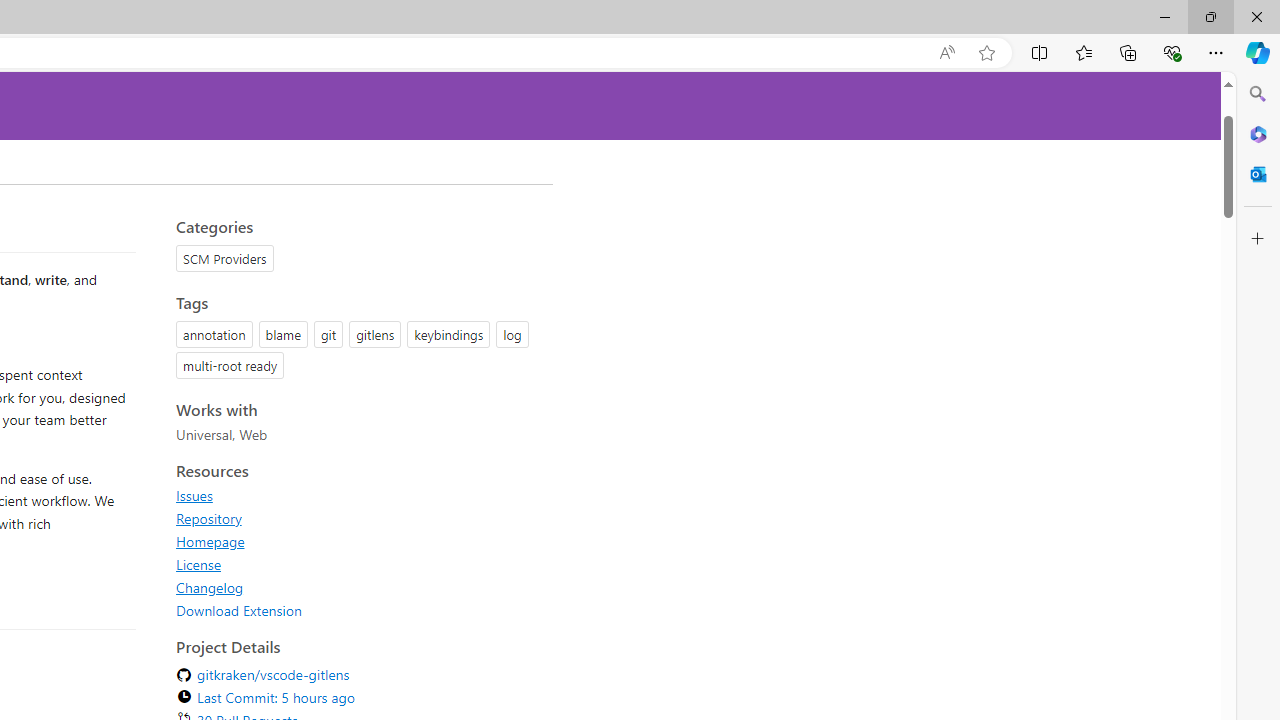 The image size is (1280, 720). What do you see at coordinates (194, 495) in the screenshot?
I see `'Issues'` at bounding box center [194, 495].